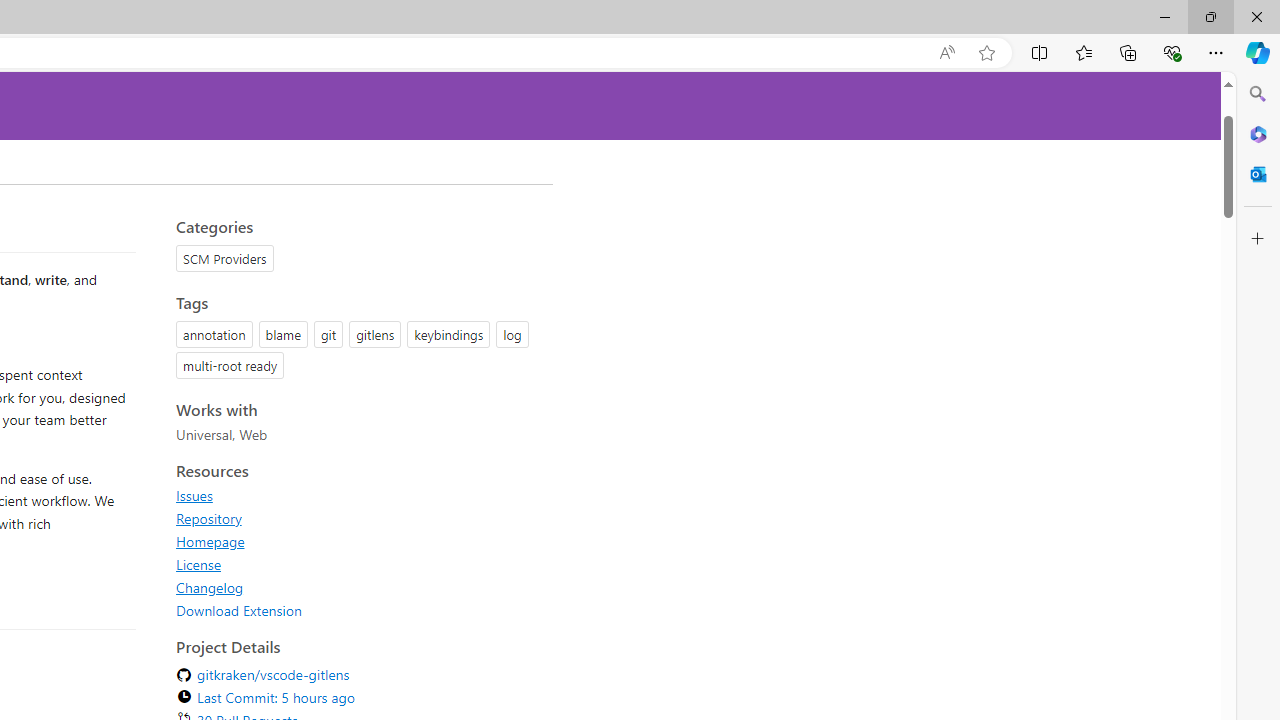 The image size is (1280, 720). What do you see at coordinates (194, 495) in the screenshot?
I see `'Issues'` at bounding box center [194, 495].